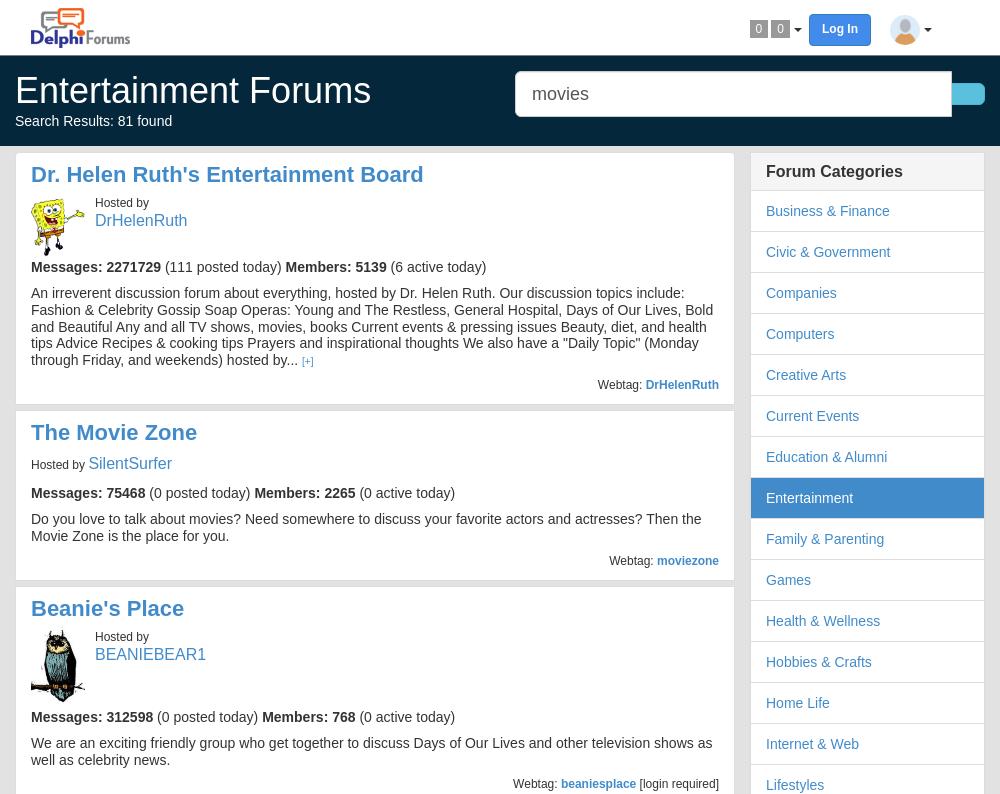 This screenshot has height=794, width=1000. What do you see at coordinates (436, 266) in the screenshot?
I see `'(6 active today)'` at bounding box center [436, 266].